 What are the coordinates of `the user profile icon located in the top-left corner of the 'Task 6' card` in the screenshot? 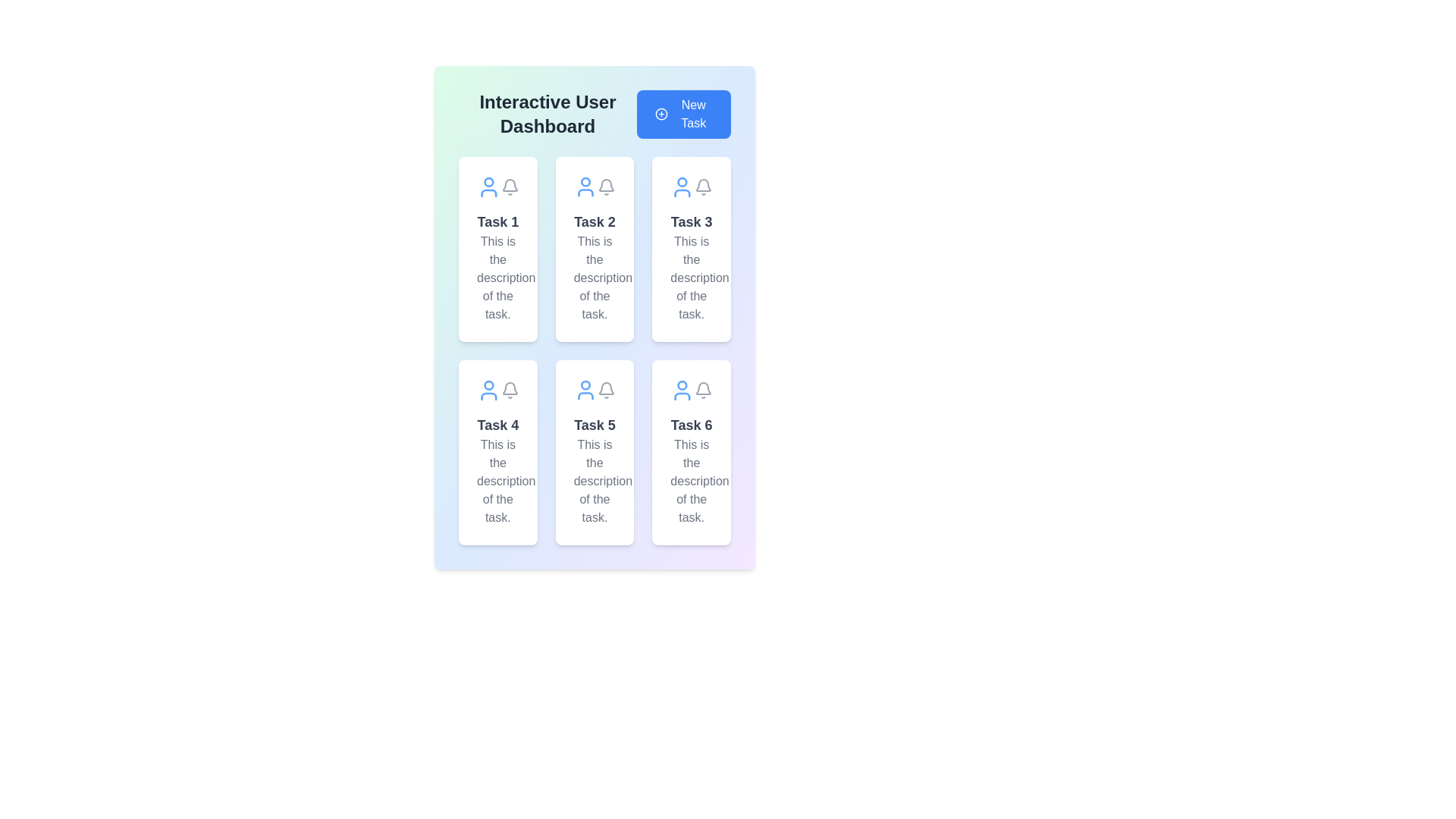 It's located at (682, 390).